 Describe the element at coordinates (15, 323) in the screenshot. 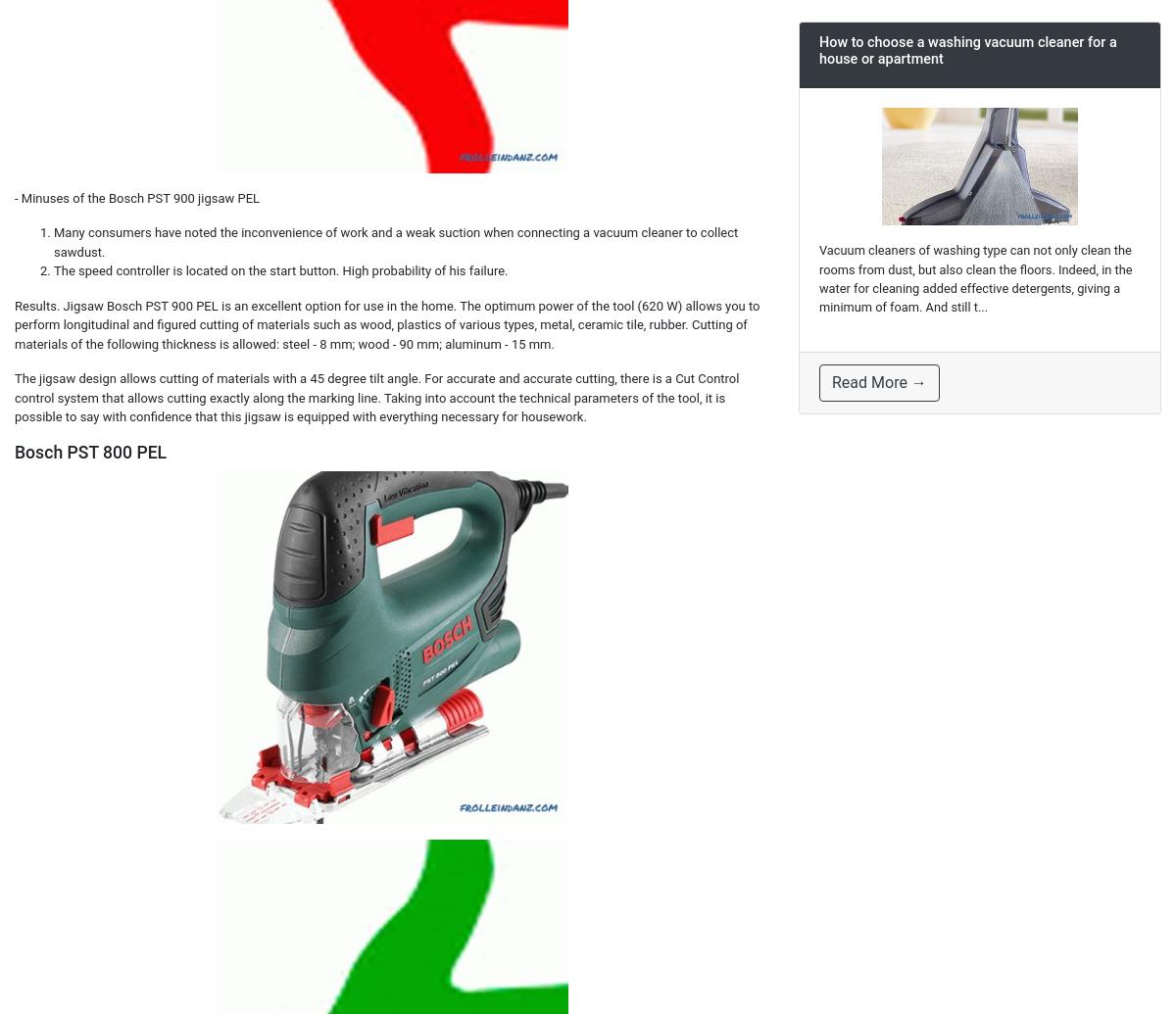

I see `'Results. Jigsaw Bosch PST 900 PEL is an excellent option for use in the home. The optimum power of the tool (620 W) allows you to perform longitudinal and figured cutting of materials such as wood, plastics of various types, metal, ceramic tile, rubber. Cutting of materials of the following thickness is allowed: steel - 8 mm; wood - 90 mm; aluminum - 15 mm.'` at that location.